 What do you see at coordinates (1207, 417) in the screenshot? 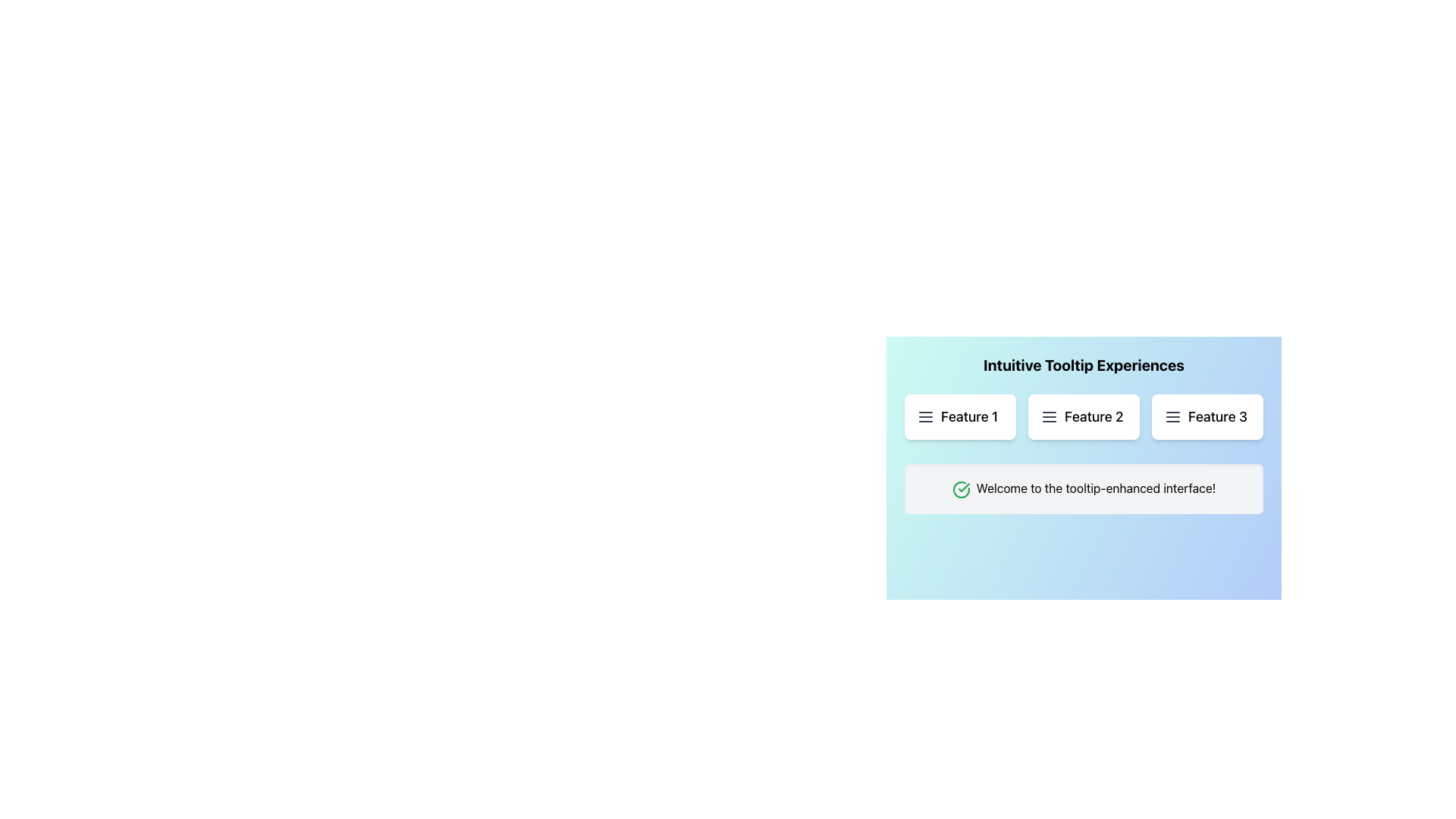
I see `the 'Feature 3' label with the accompanying menu icon` at bounding box center [1207, 417].